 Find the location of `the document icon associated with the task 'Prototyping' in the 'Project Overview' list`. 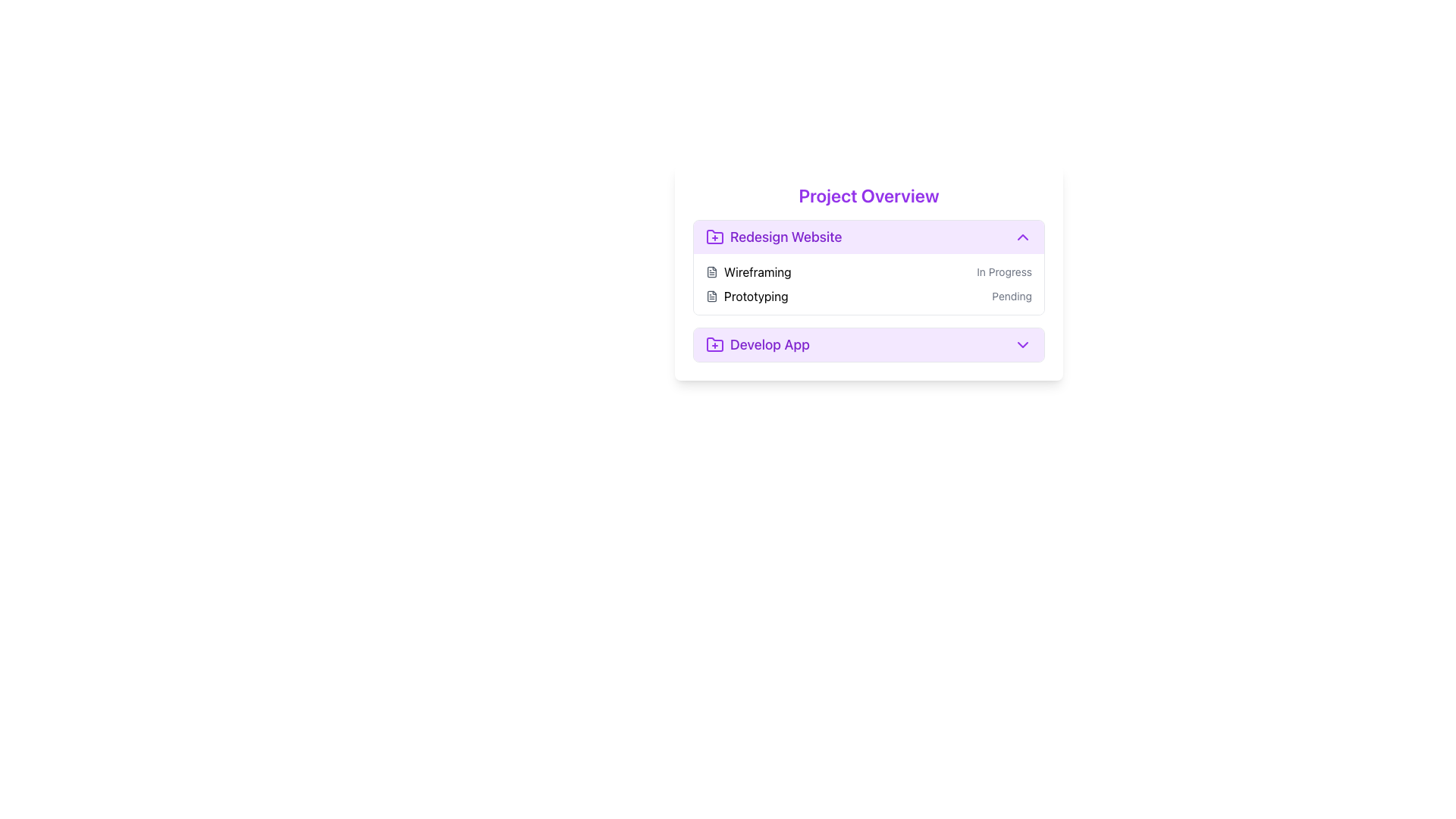

the document icon associated with the task 'Prototyping' in the 'Project Overview' list is located at coordinates (711, 296).